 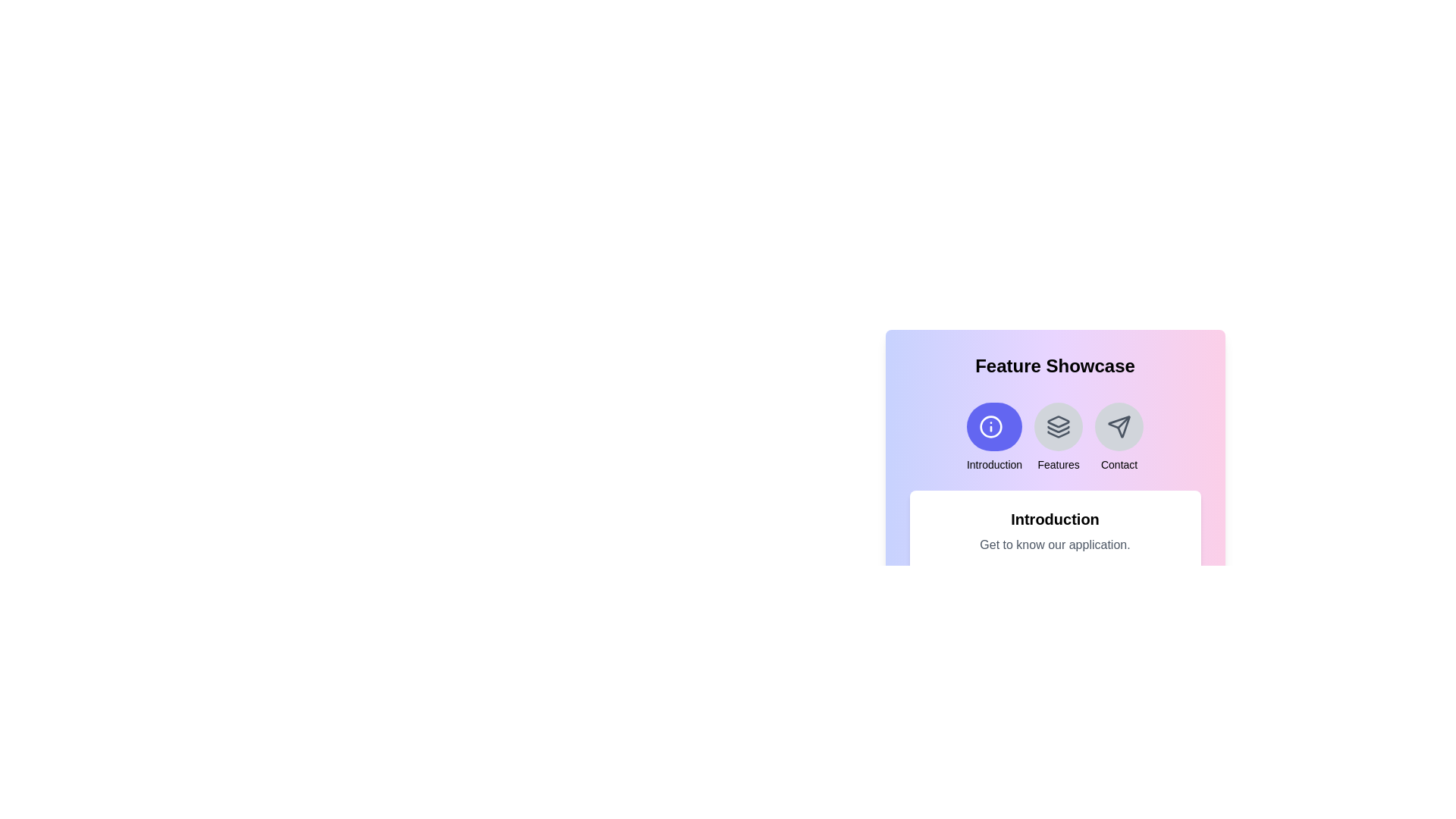 I want to click on the icon representing the feature Features to select it, so click(x=1058, y=427).